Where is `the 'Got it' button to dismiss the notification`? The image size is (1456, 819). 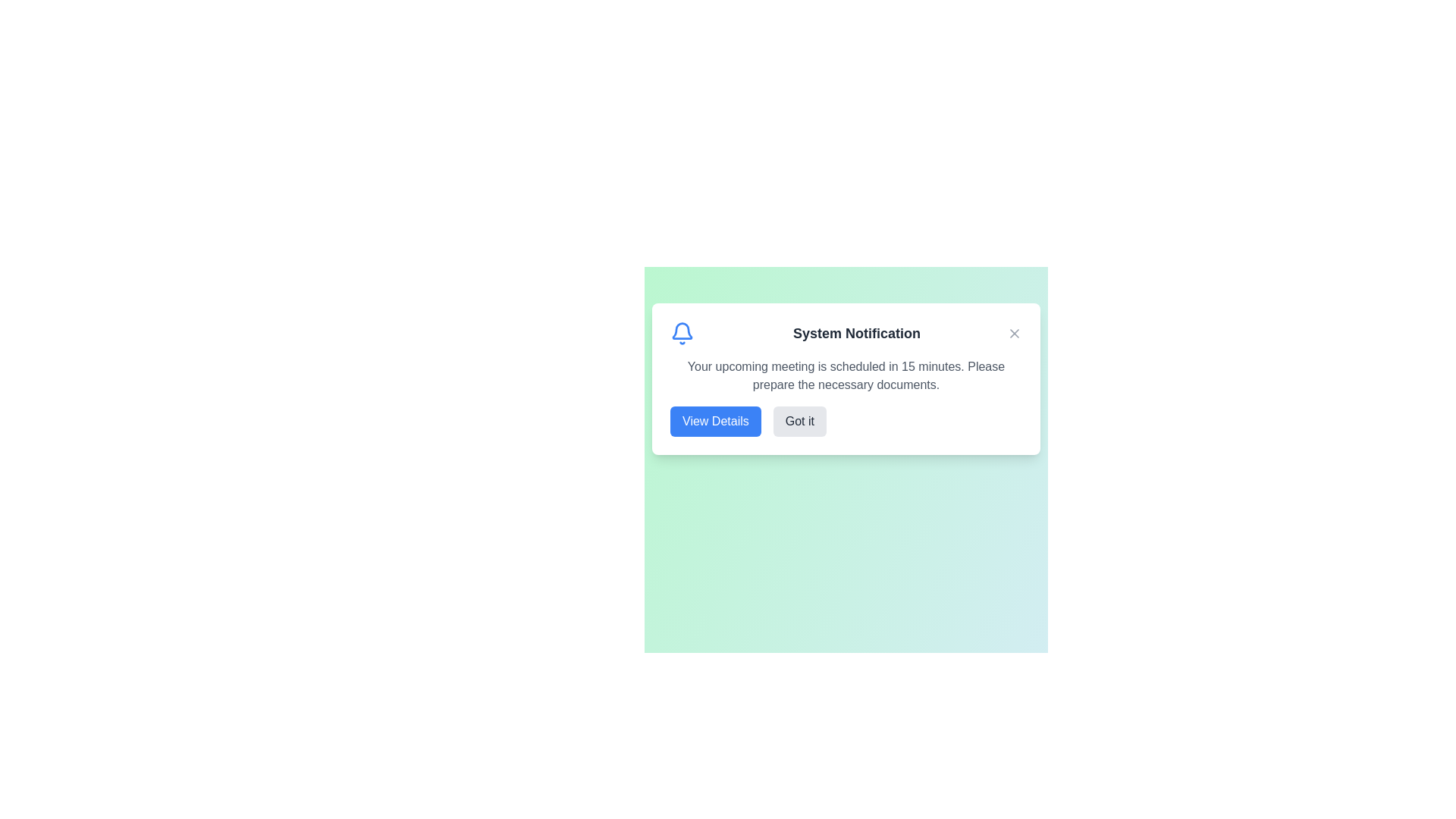
the 'Got it' button to dismiss the notification is located at coordinates (799, 421).